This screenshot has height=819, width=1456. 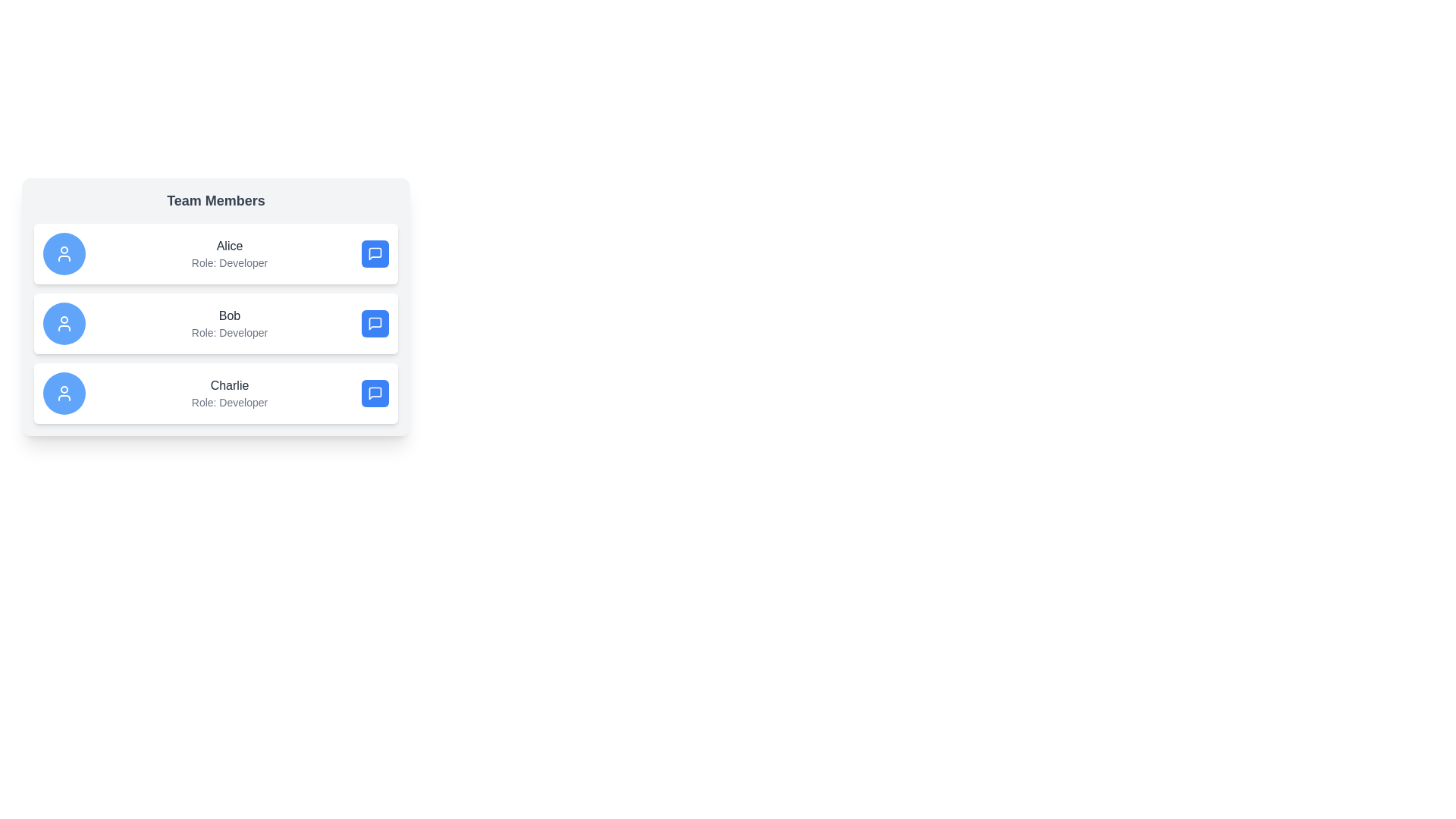 What do you see at coordinates (375, 253) in the screenshot?
I see `the blue chat bubble SVG icon located within the third button on the right side of the 'Alice' card` at bounding box center [375, 253].